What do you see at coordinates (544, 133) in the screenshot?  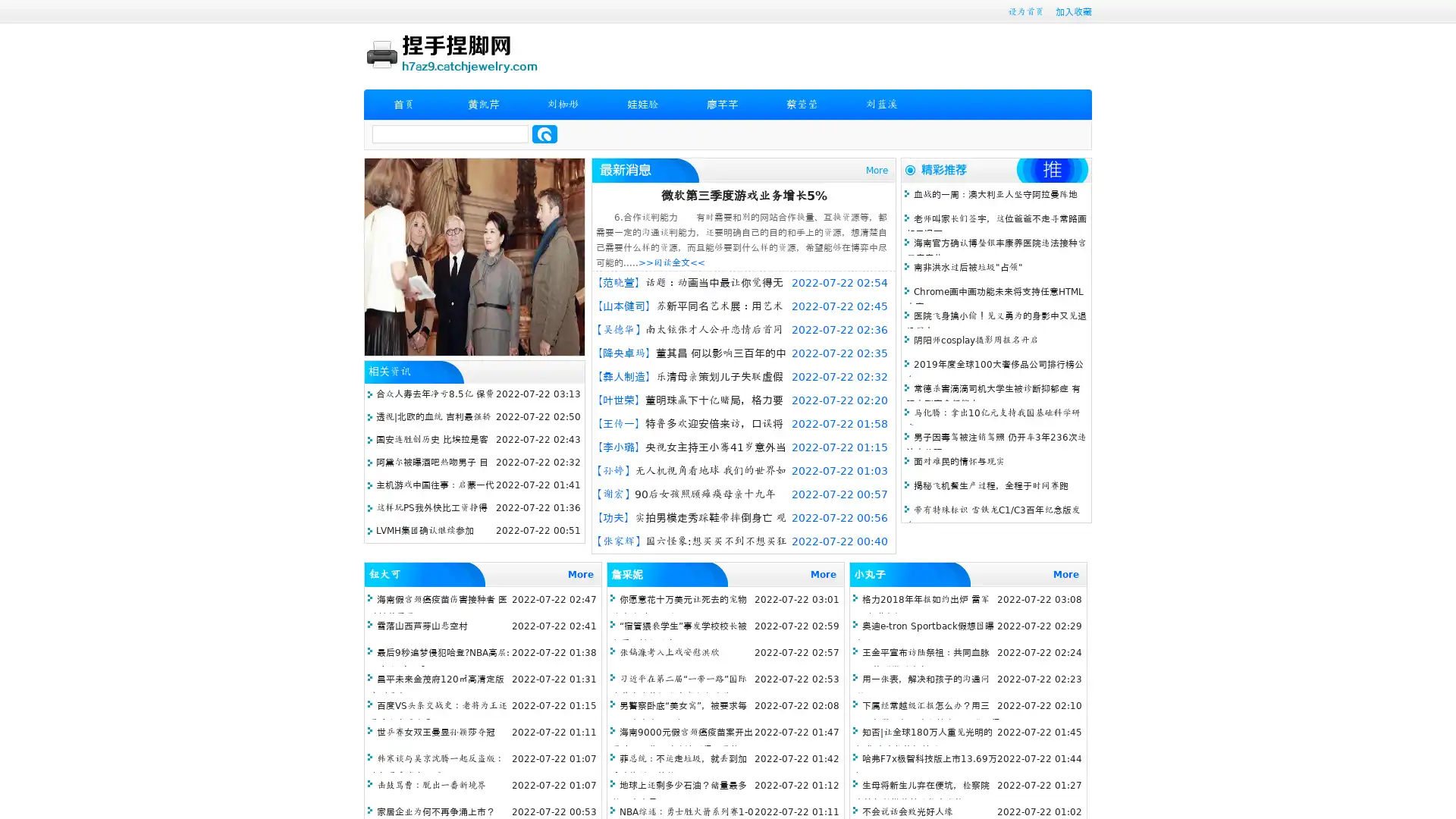 I see `Search` at bounding box center [544, 133].